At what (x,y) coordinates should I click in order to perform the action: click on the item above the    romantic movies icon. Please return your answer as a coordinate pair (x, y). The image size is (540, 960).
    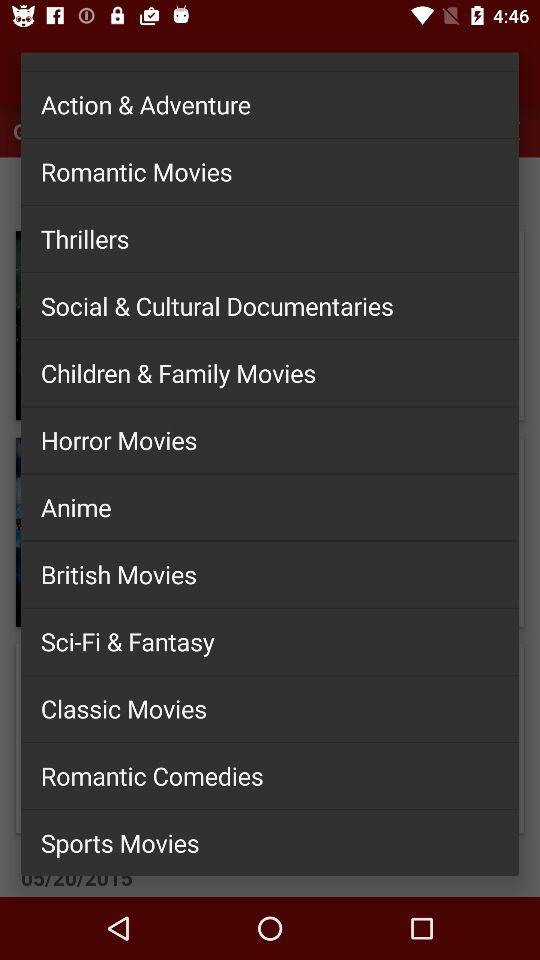
    Looking at the image, I should click on (270, 104).